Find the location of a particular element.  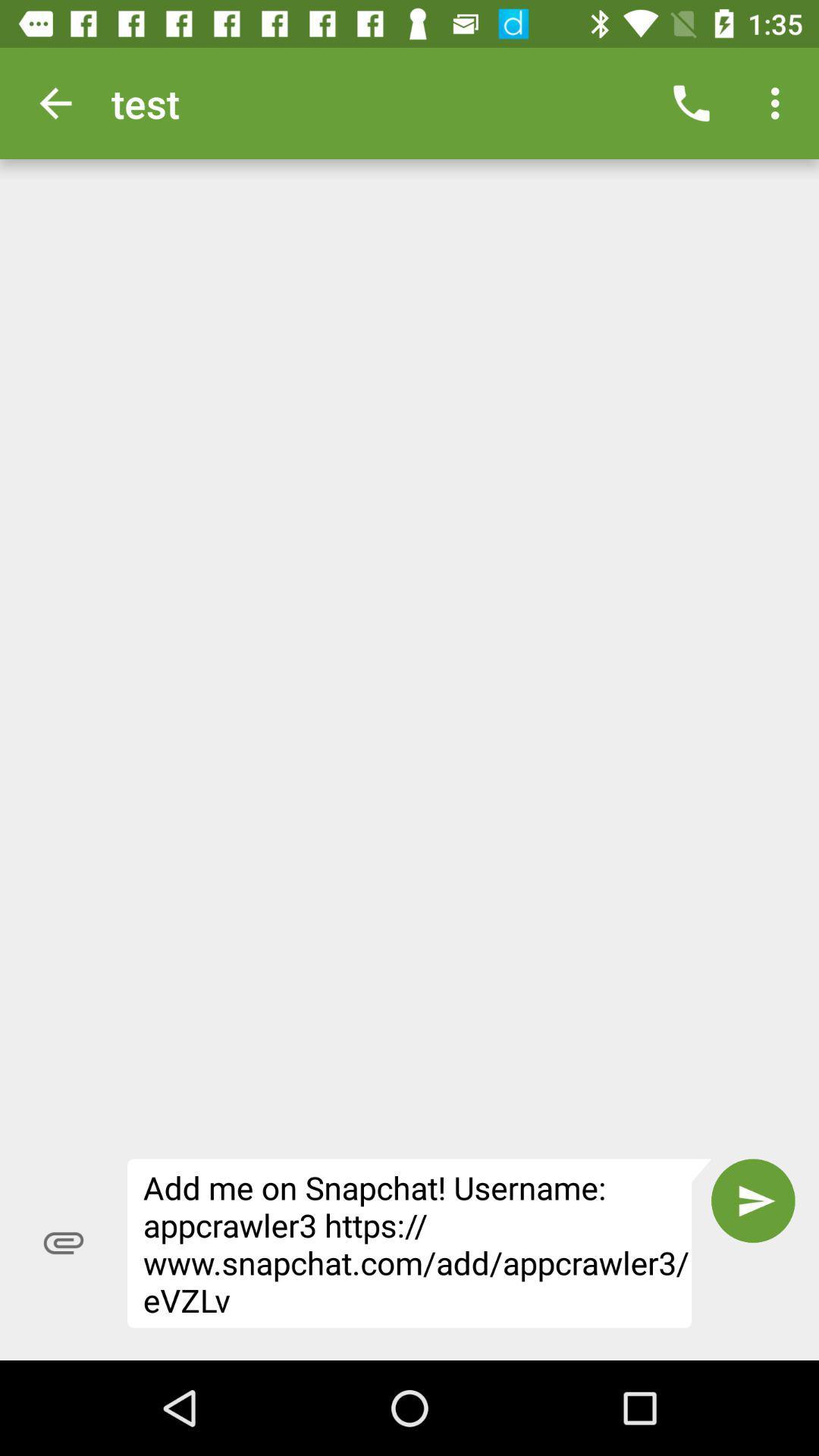

the icon to the left of test is located at coordinates (55, 102).